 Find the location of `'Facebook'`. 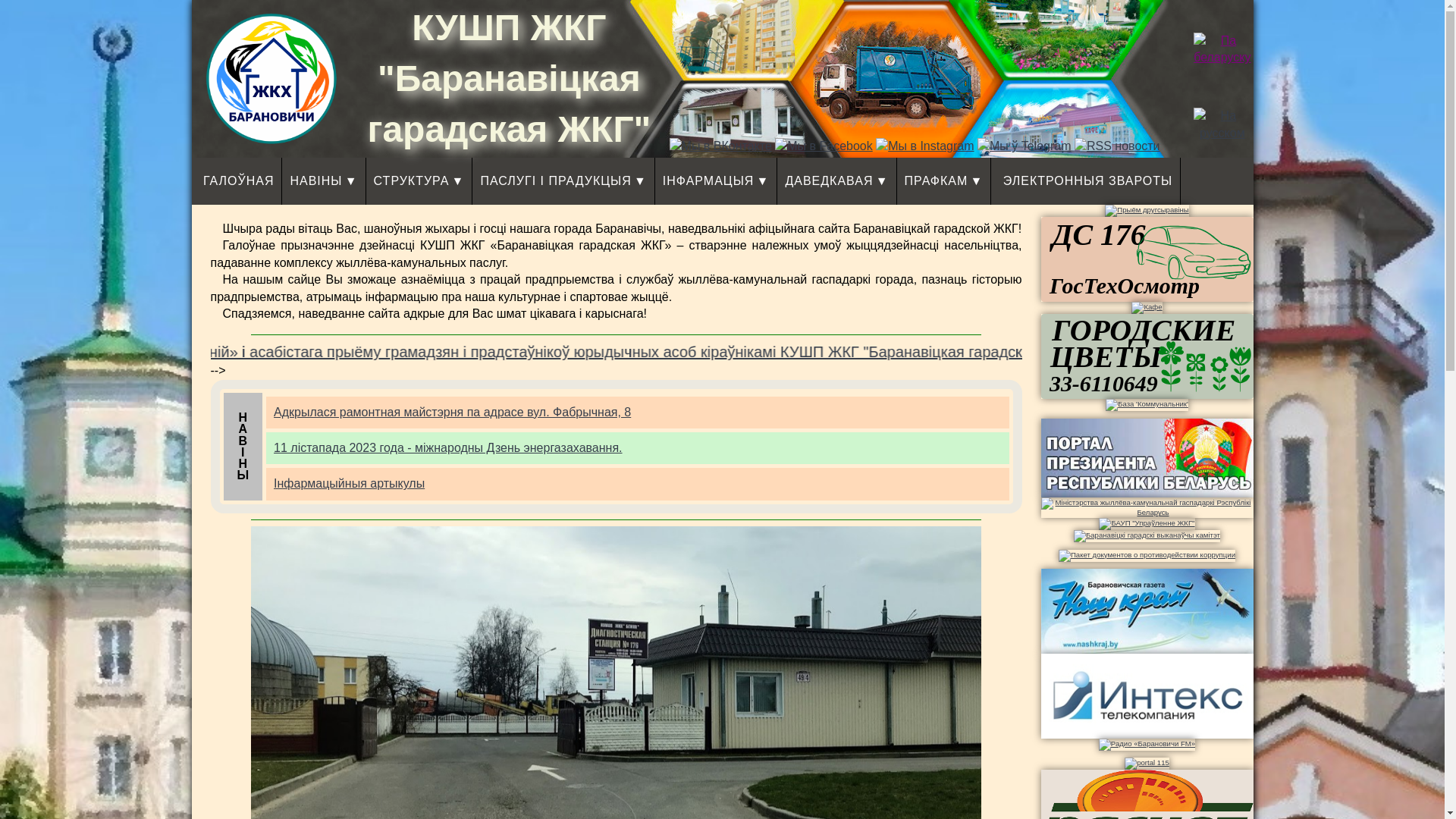

'Facebook' is located at coordinates (822, 146).